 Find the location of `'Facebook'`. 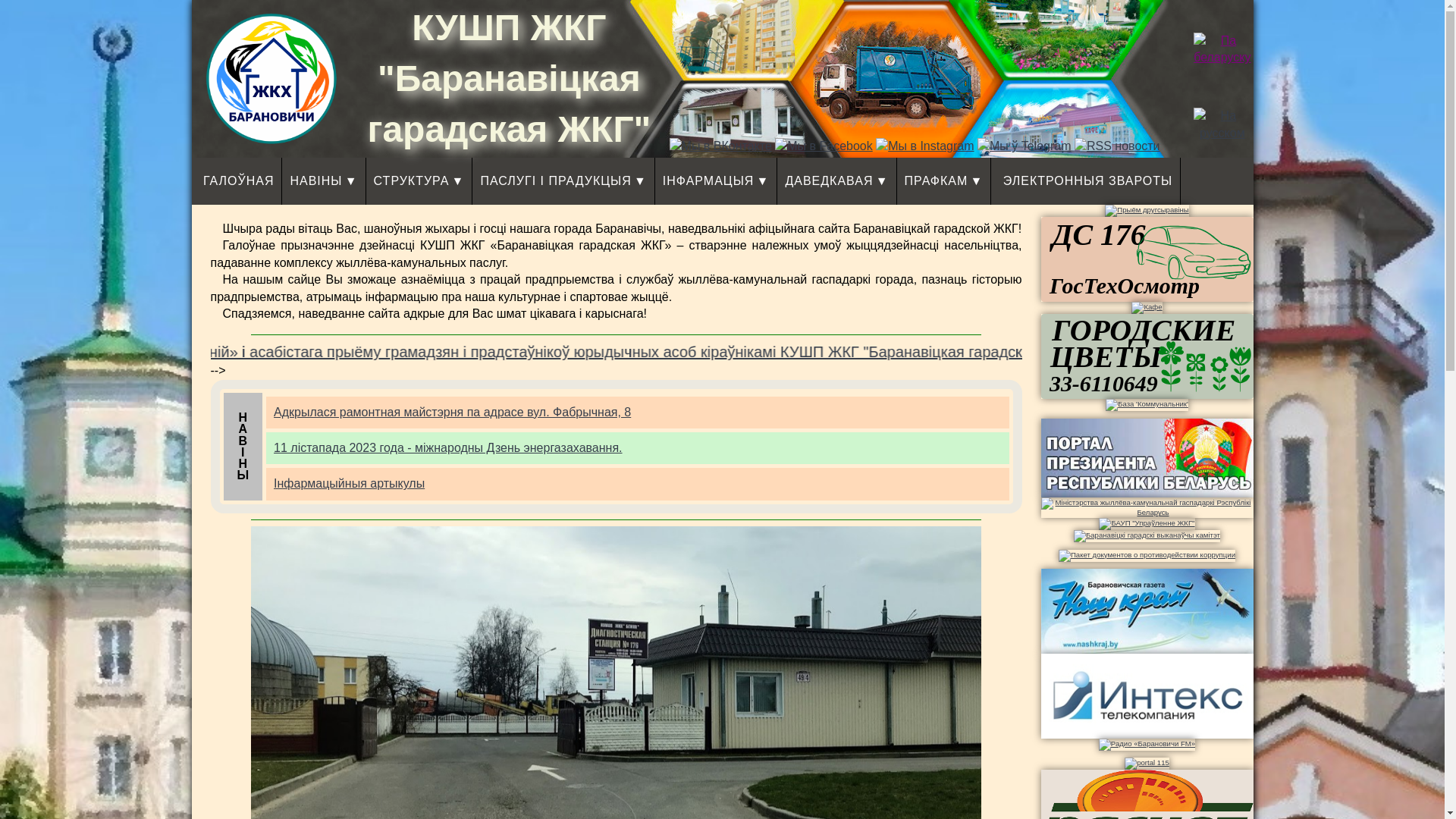

'Facebook' is located at coordinates (822, 146).